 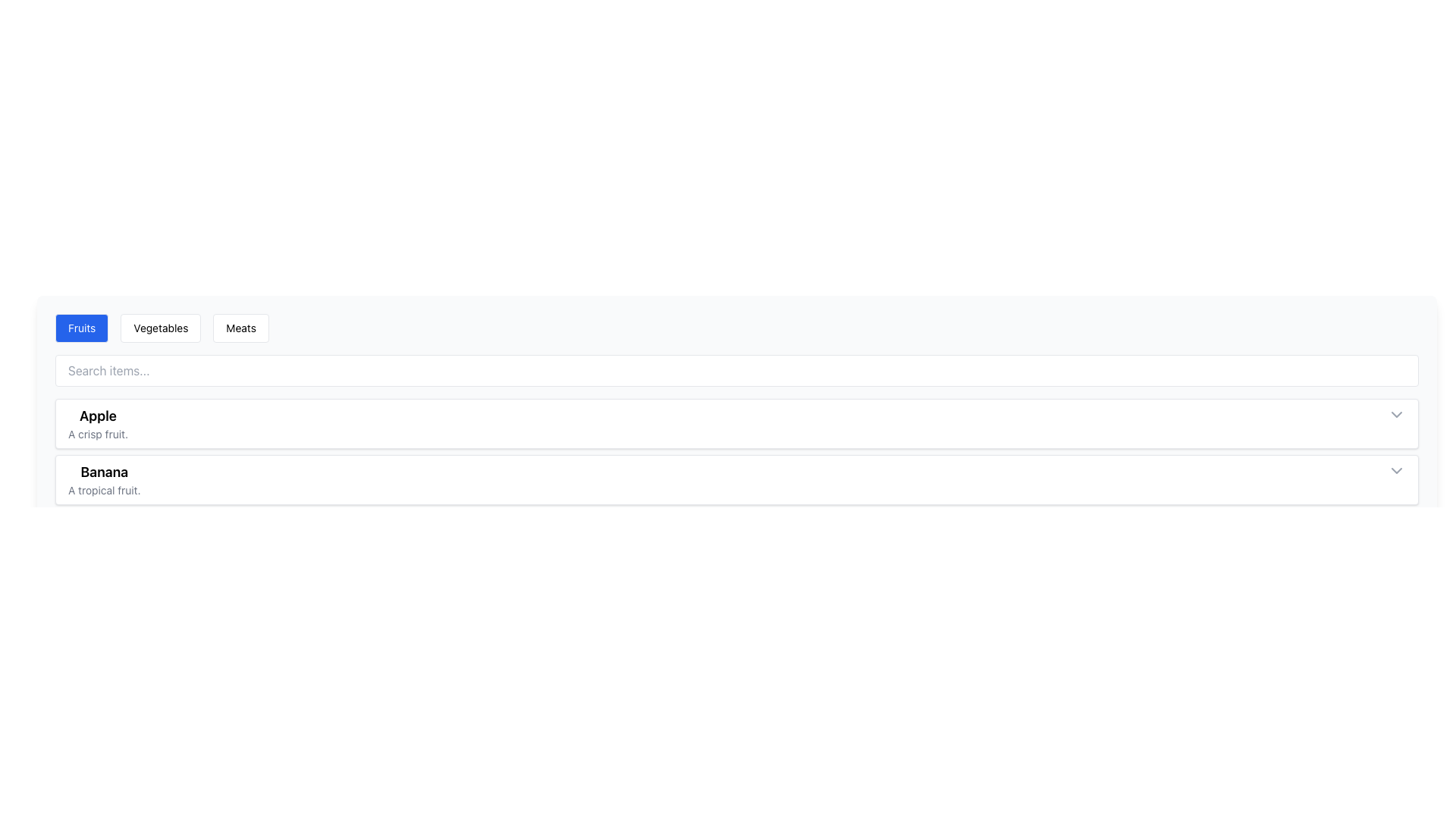 What do you see at coordinates (81, 327) in the screenshot?
I see `the 'Fruits' navigation button` at bounding box center [81, 327].